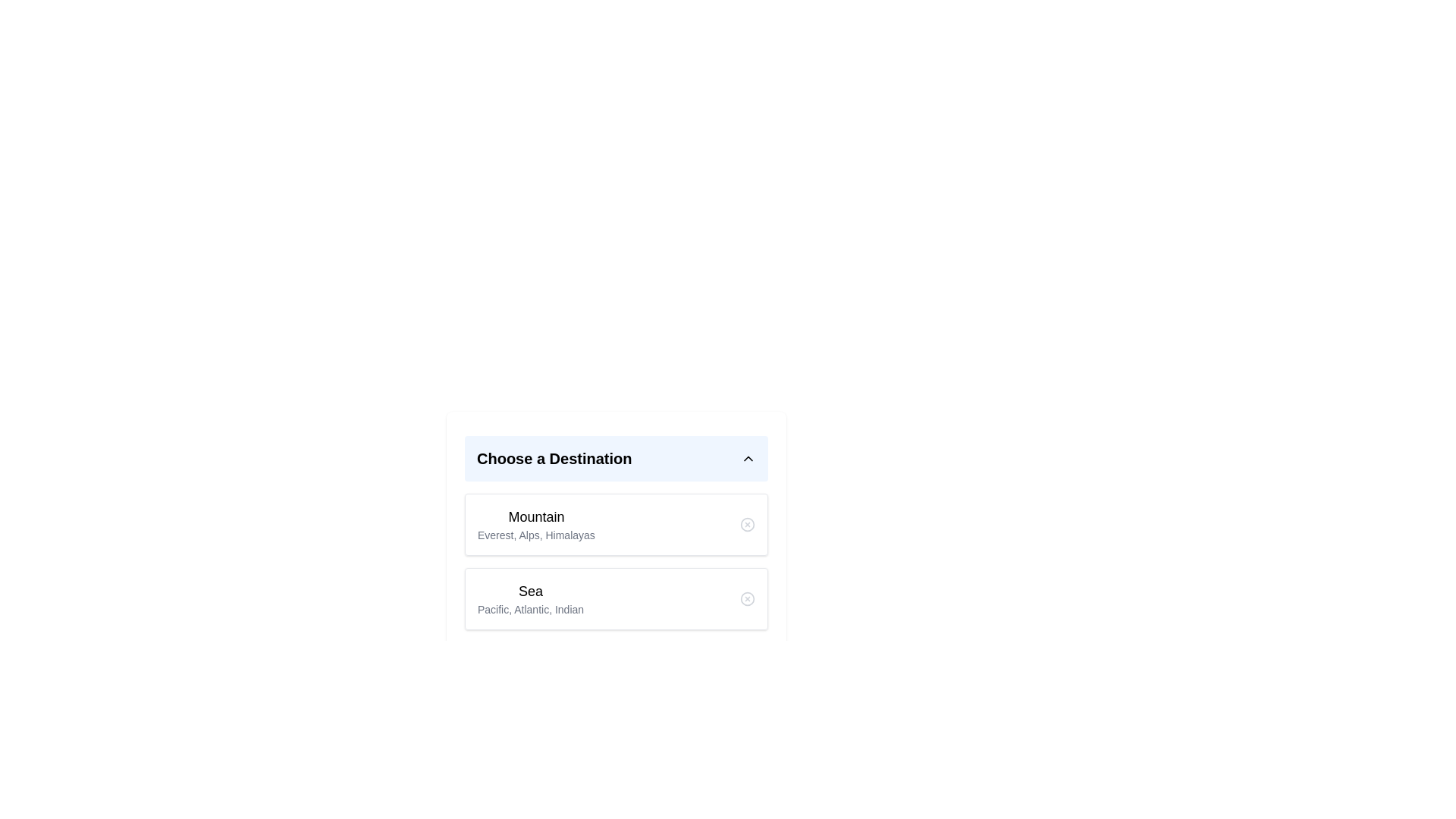 This screenshot has height=819, width=1456. What do you see at coordinates (536, 534) in the screenshot?
I see `the text label displaying 'Everest, Alps, Himalayas', which is located directly under the 'Mountain' label in the 'Choose a Destination' section` at bounding box center [536, 534].